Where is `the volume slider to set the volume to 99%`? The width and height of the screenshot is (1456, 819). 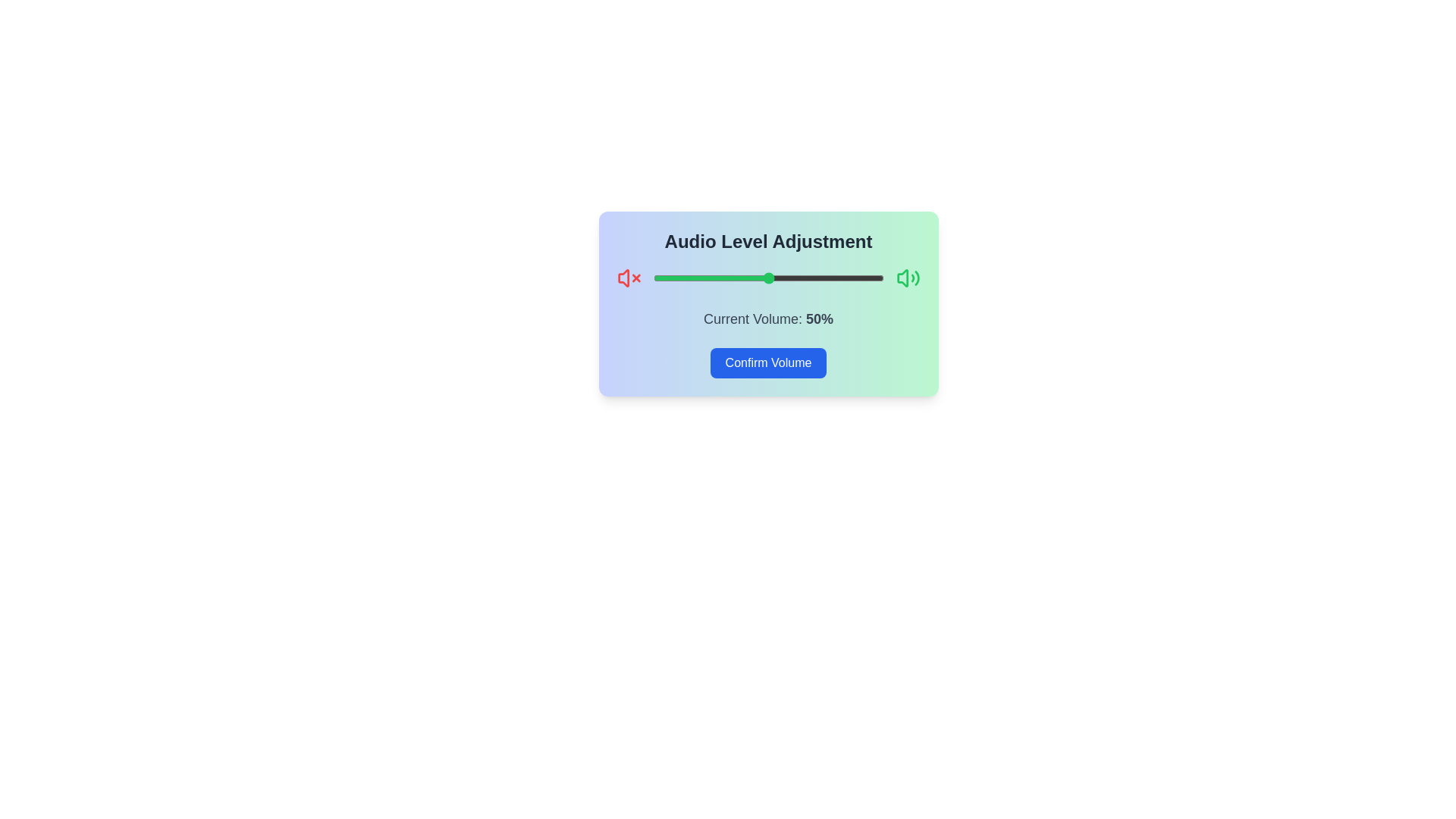
the volume slider to set the volume to 99% is located at coordinates (881, 278).